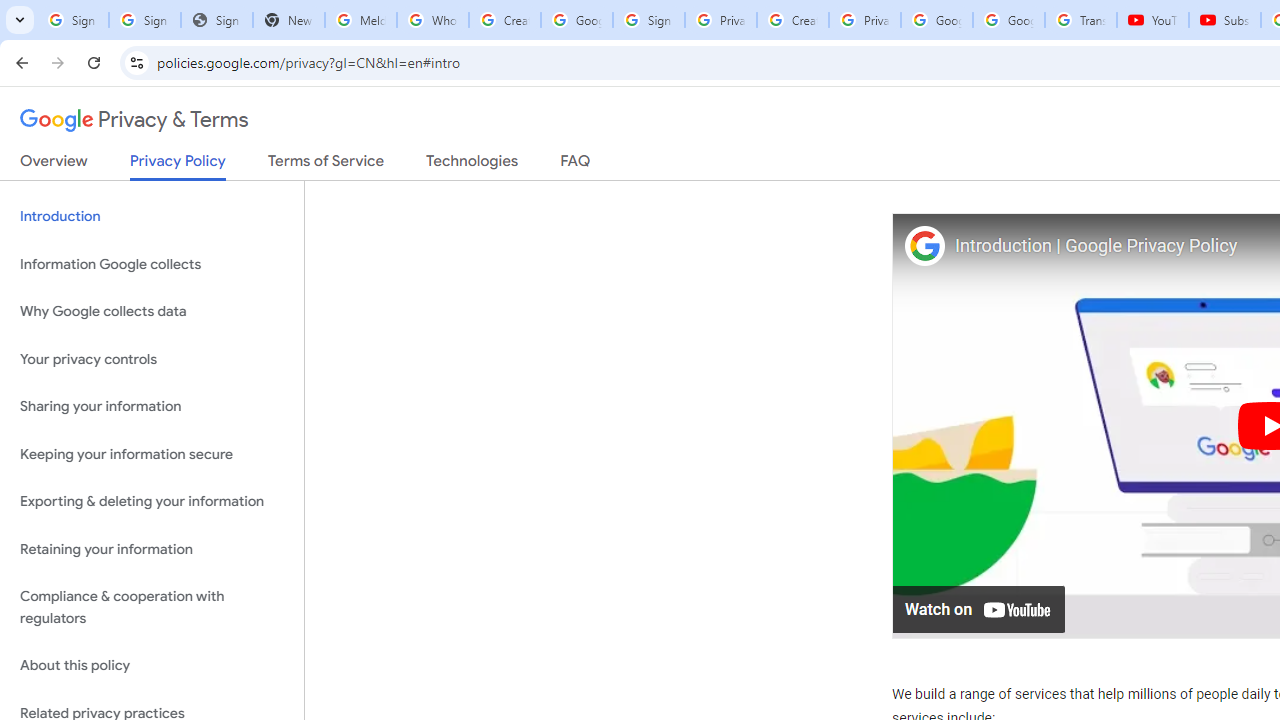 The width and height of the screenshot is (1280, 720). I want to click on 'Why Google collects data', so click(151, 312).